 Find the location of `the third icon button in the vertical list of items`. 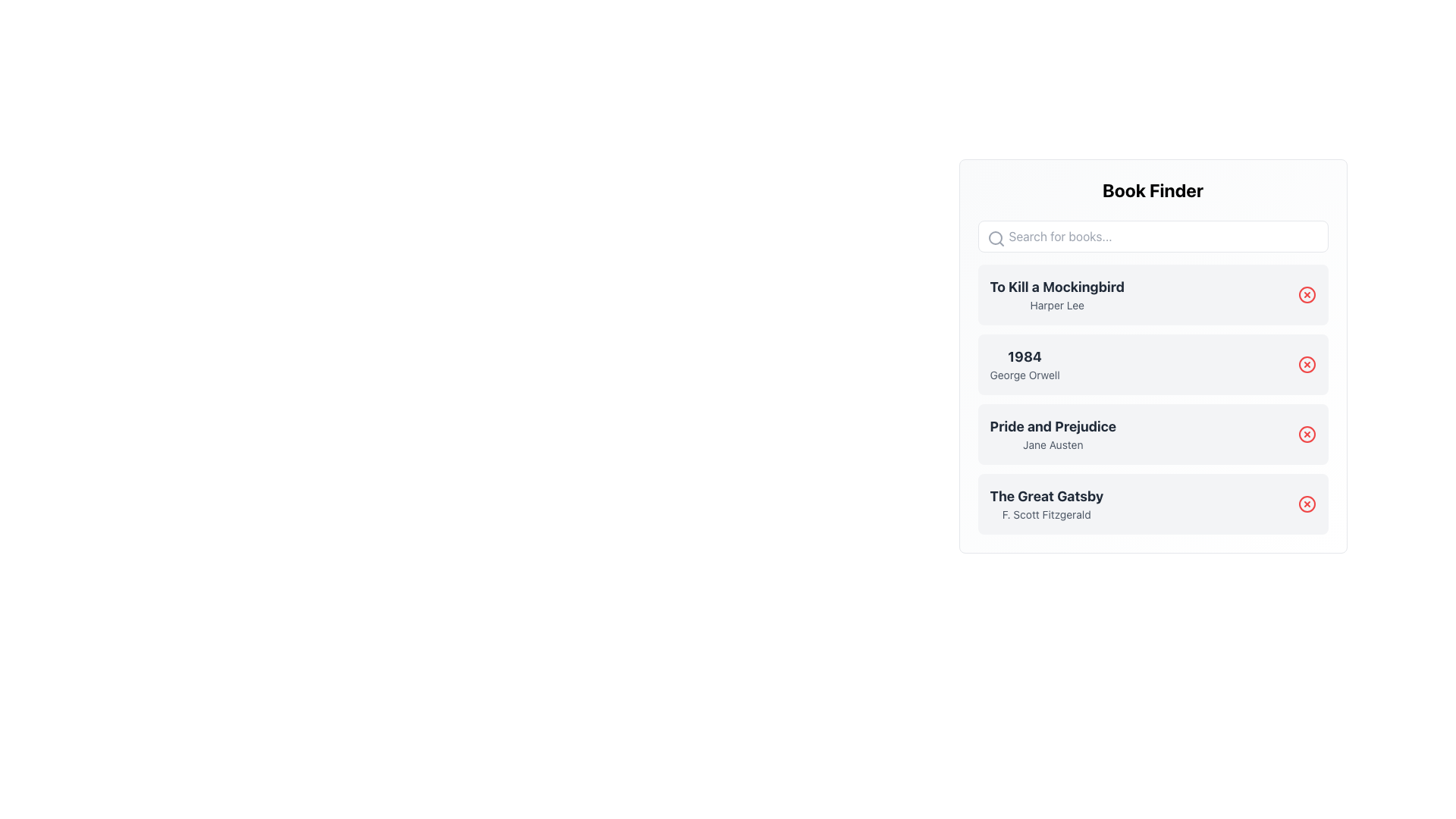

the third icon button in the vertical list of items is located at coordinates (1306, 435).